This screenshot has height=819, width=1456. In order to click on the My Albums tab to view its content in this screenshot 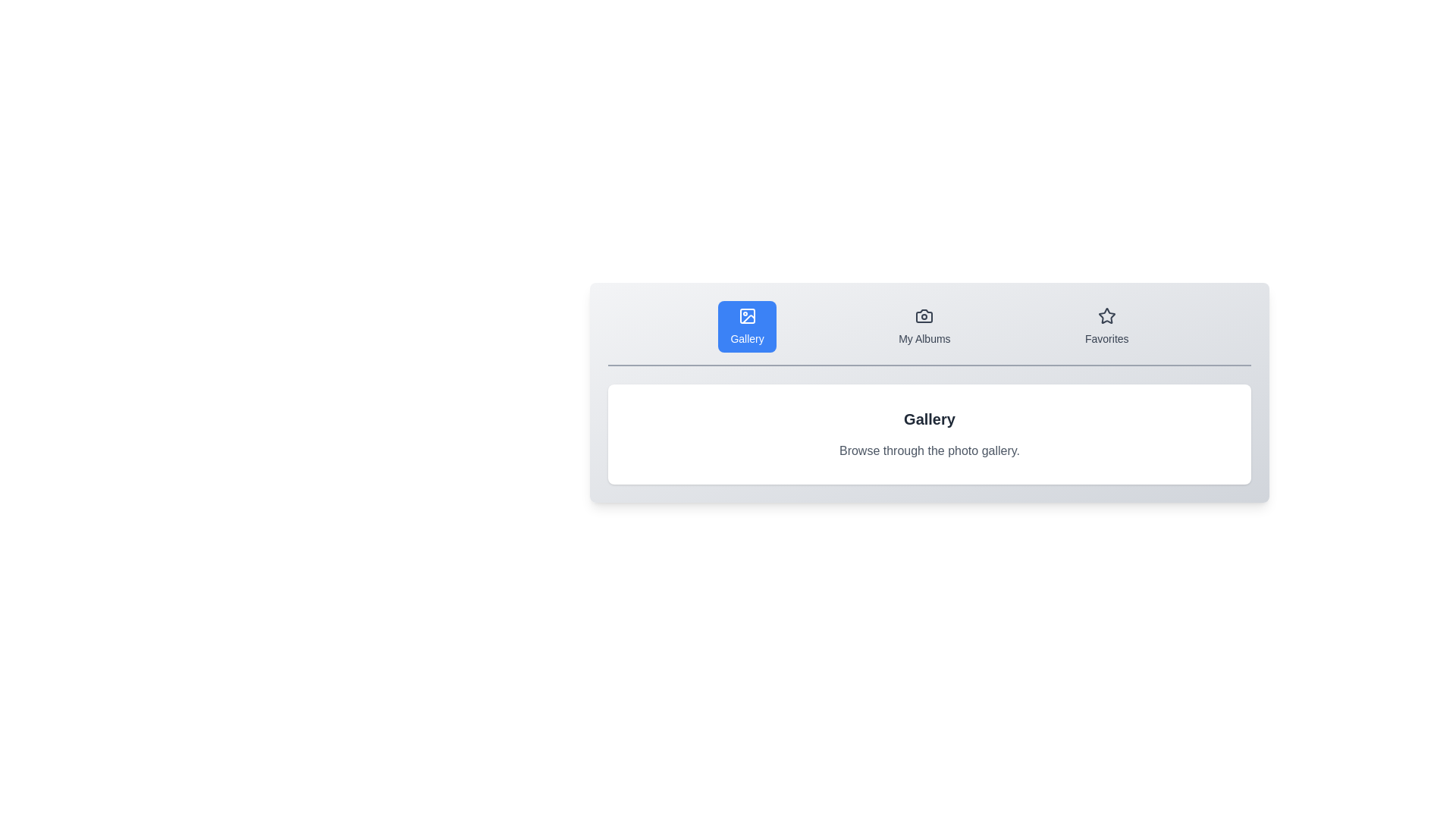, I will do `click(924, 326)`.